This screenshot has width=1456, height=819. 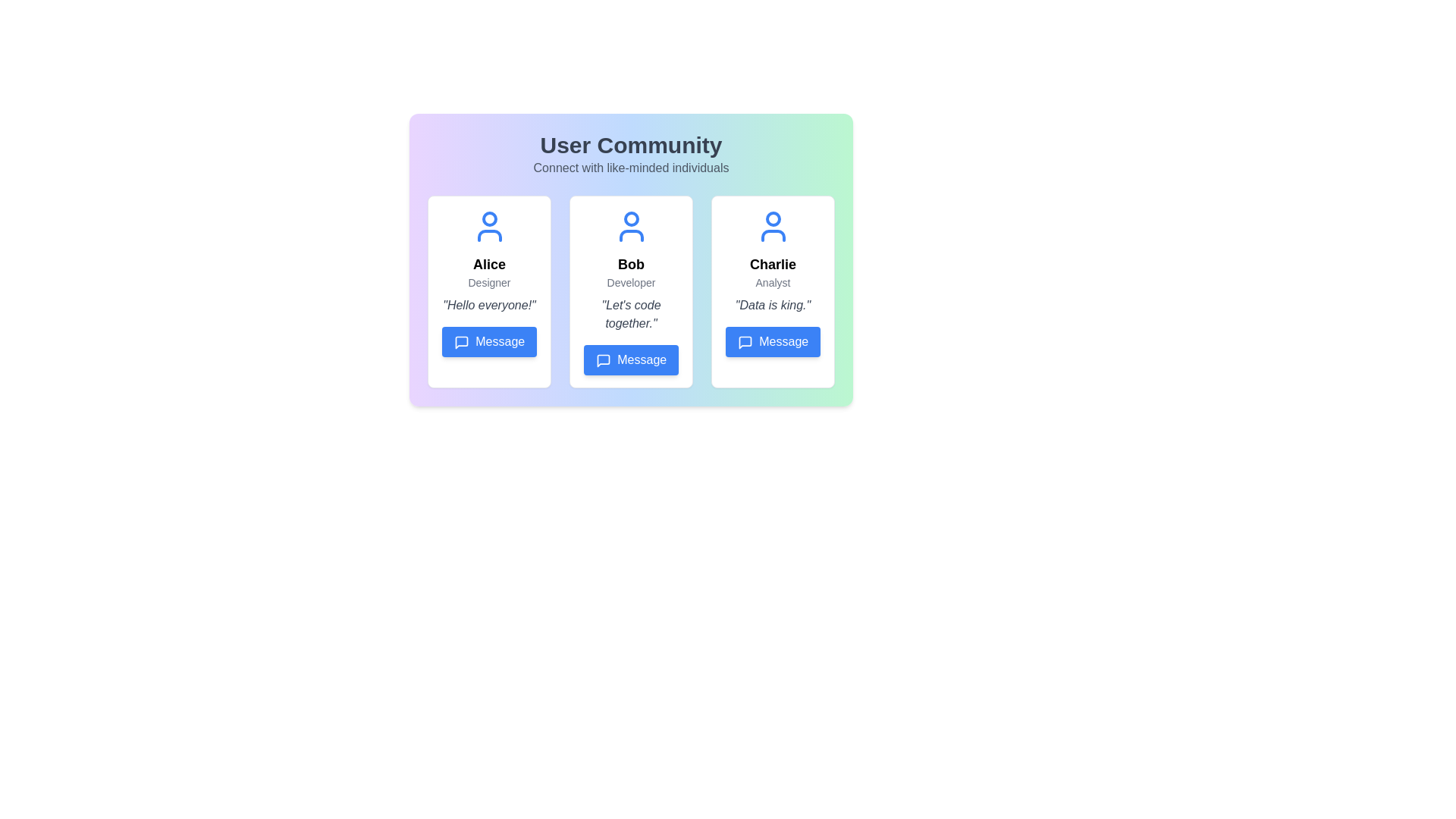 What do you see at coordinates (489, 305) in the screenshot?
I see `the italicized light-gray text block displaying 'Hello everyone!' within Alice's profile card, located beneath the subtitle 'Designer' and above the 'Message' button` at bounding box center [489, 305].